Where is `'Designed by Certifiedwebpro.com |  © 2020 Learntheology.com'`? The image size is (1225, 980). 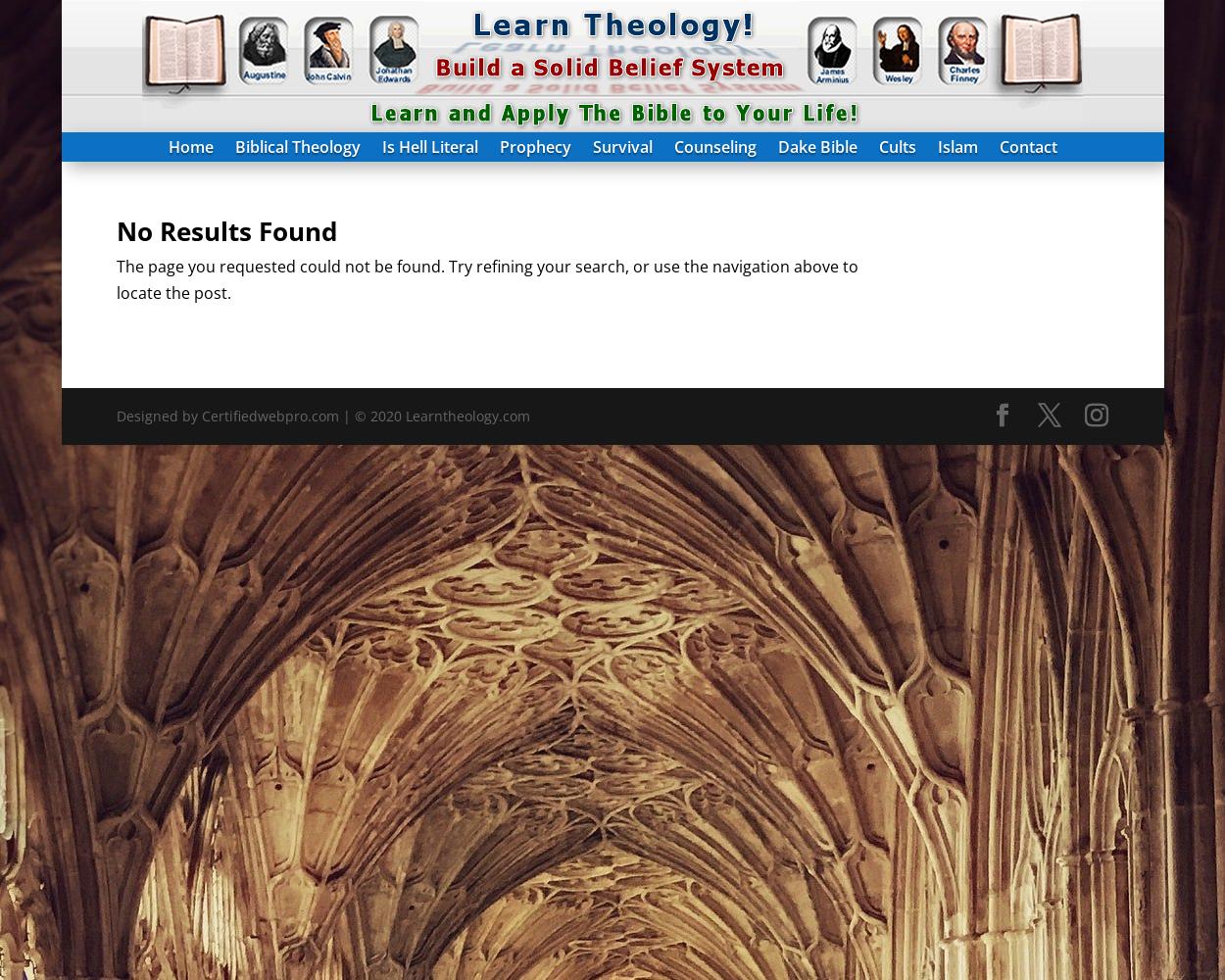
'Designed by Certifiedwebpro.com |  © 2020 Learntheology.com' is located at coordinates (321, 416).